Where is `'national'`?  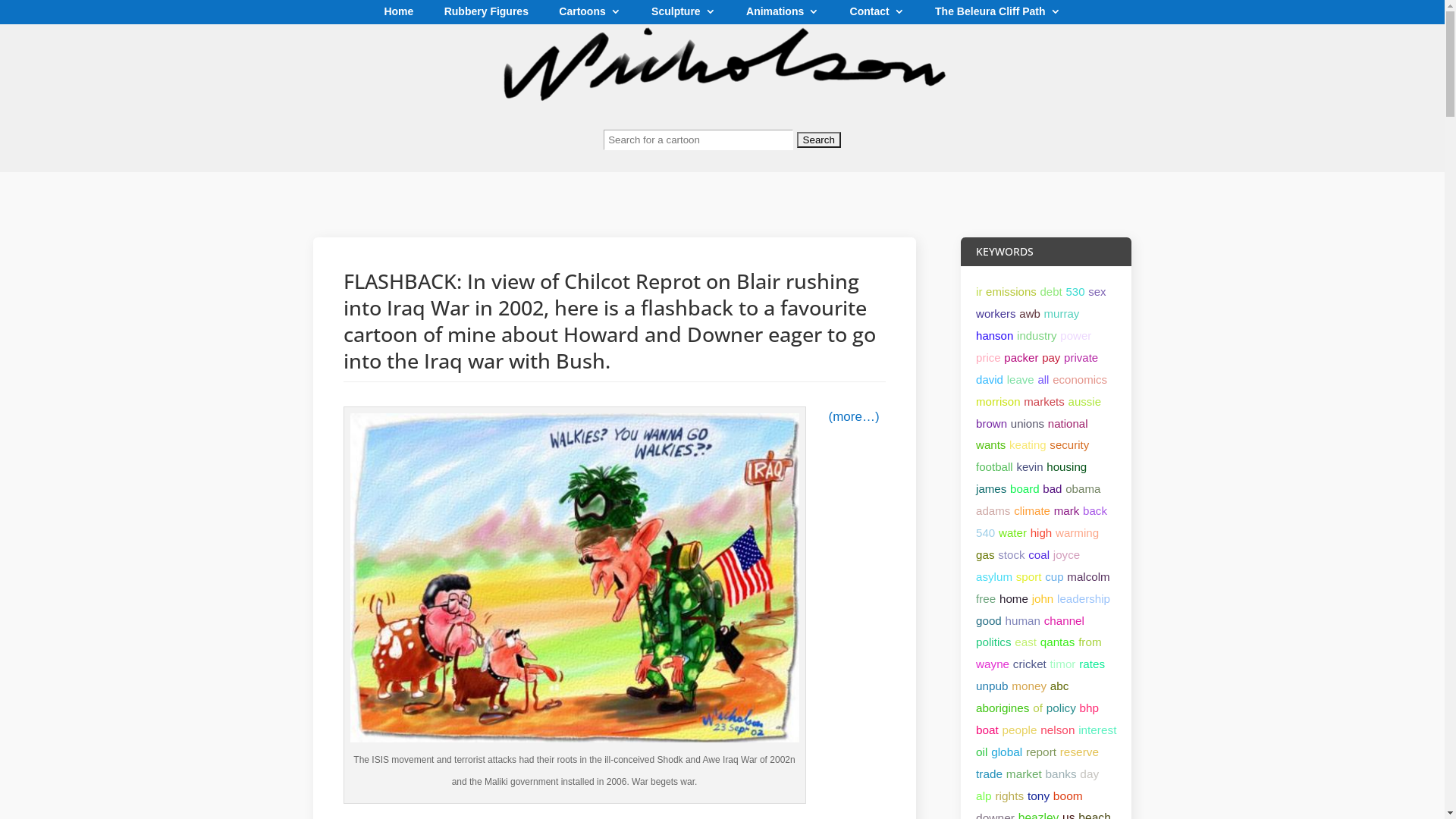
'national' is located at coordinates (1067, 423).